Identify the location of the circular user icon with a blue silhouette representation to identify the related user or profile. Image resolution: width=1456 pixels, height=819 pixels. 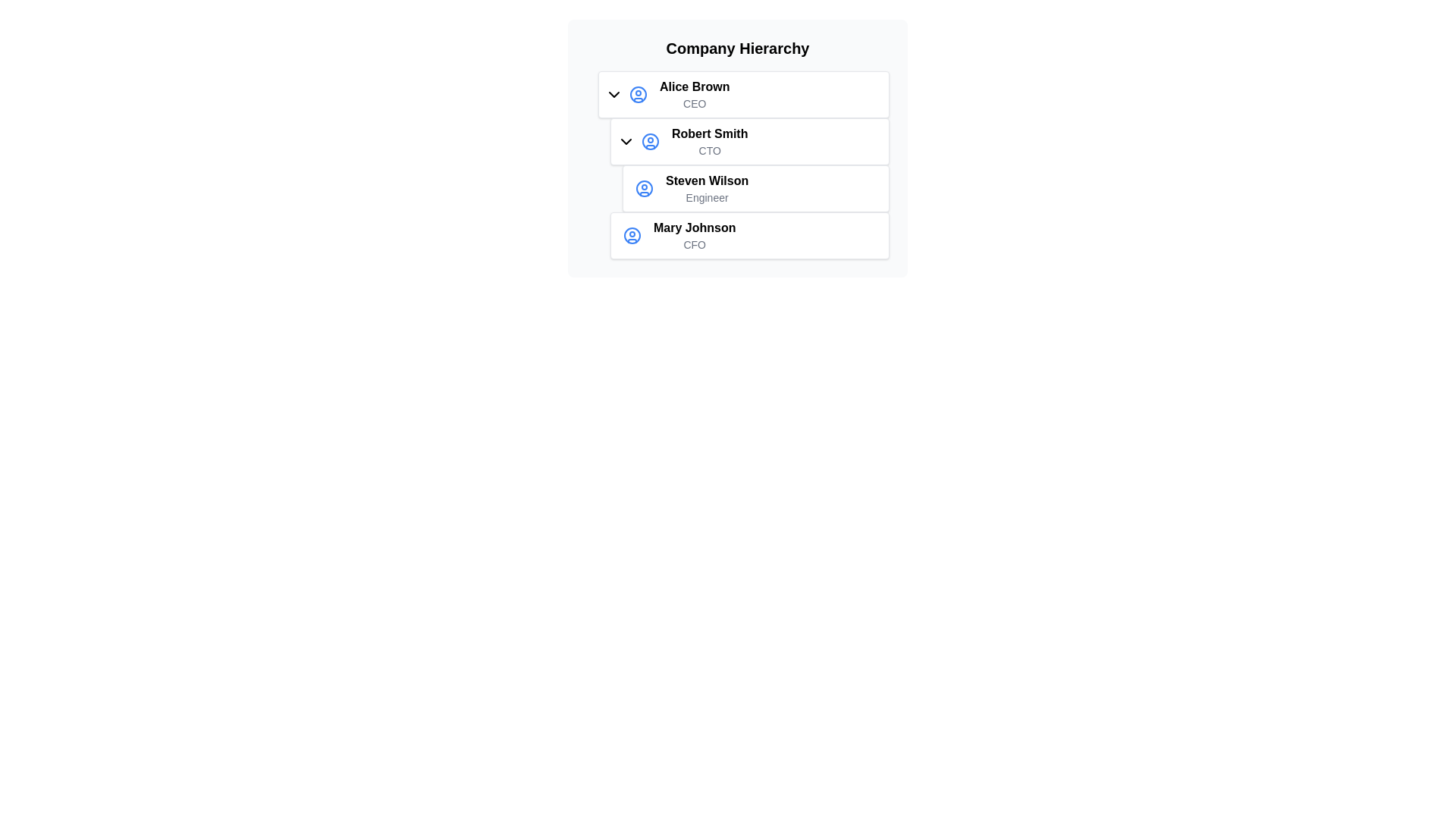
(651, 141).